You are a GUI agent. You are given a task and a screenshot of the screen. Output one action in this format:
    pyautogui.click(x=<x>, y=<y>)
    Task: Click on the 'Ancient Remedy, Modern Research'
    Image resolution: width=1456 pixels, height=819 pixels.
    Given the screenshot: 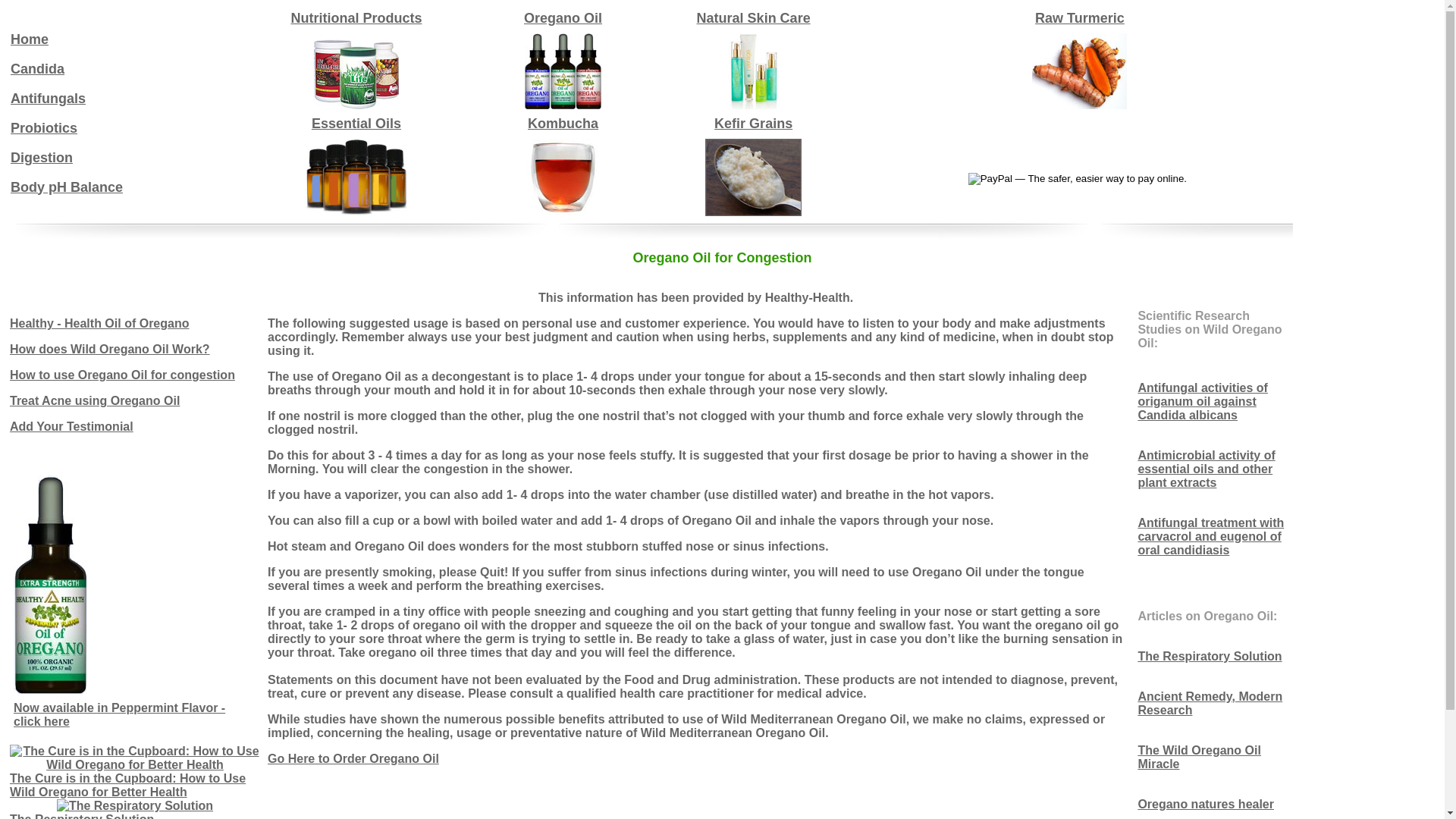 What is the action you would take?
    pyautogui.click(x=1209, y=703)
    